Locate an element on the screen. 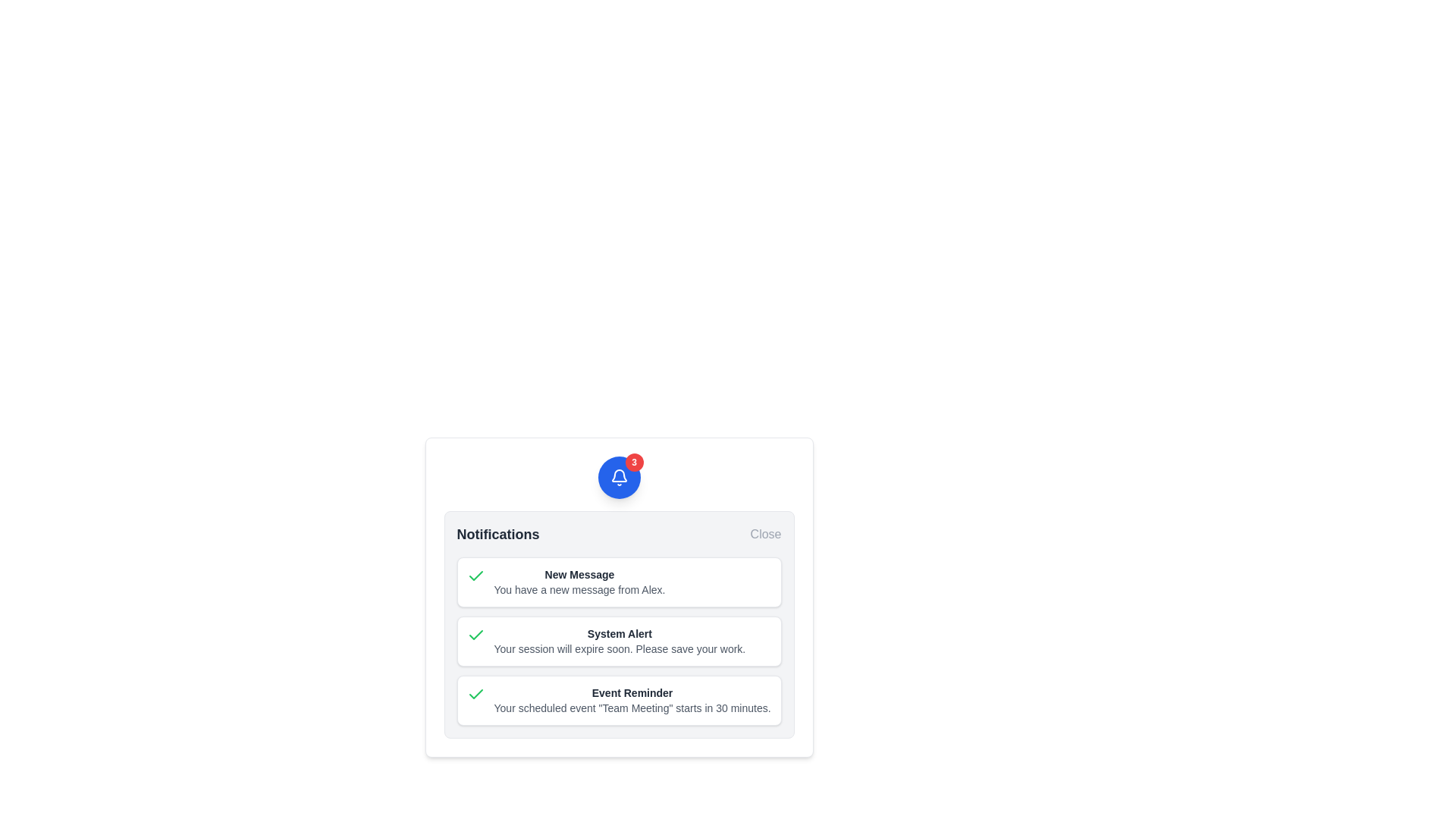 Image resolution: width=1456 pixels, height=819 pixels. notification text from the 'Event Reminder' card, which contains the message 'Your scheduled event "Team Meeting" starts in 30 minutes.' is located at coordinates (619, 701).